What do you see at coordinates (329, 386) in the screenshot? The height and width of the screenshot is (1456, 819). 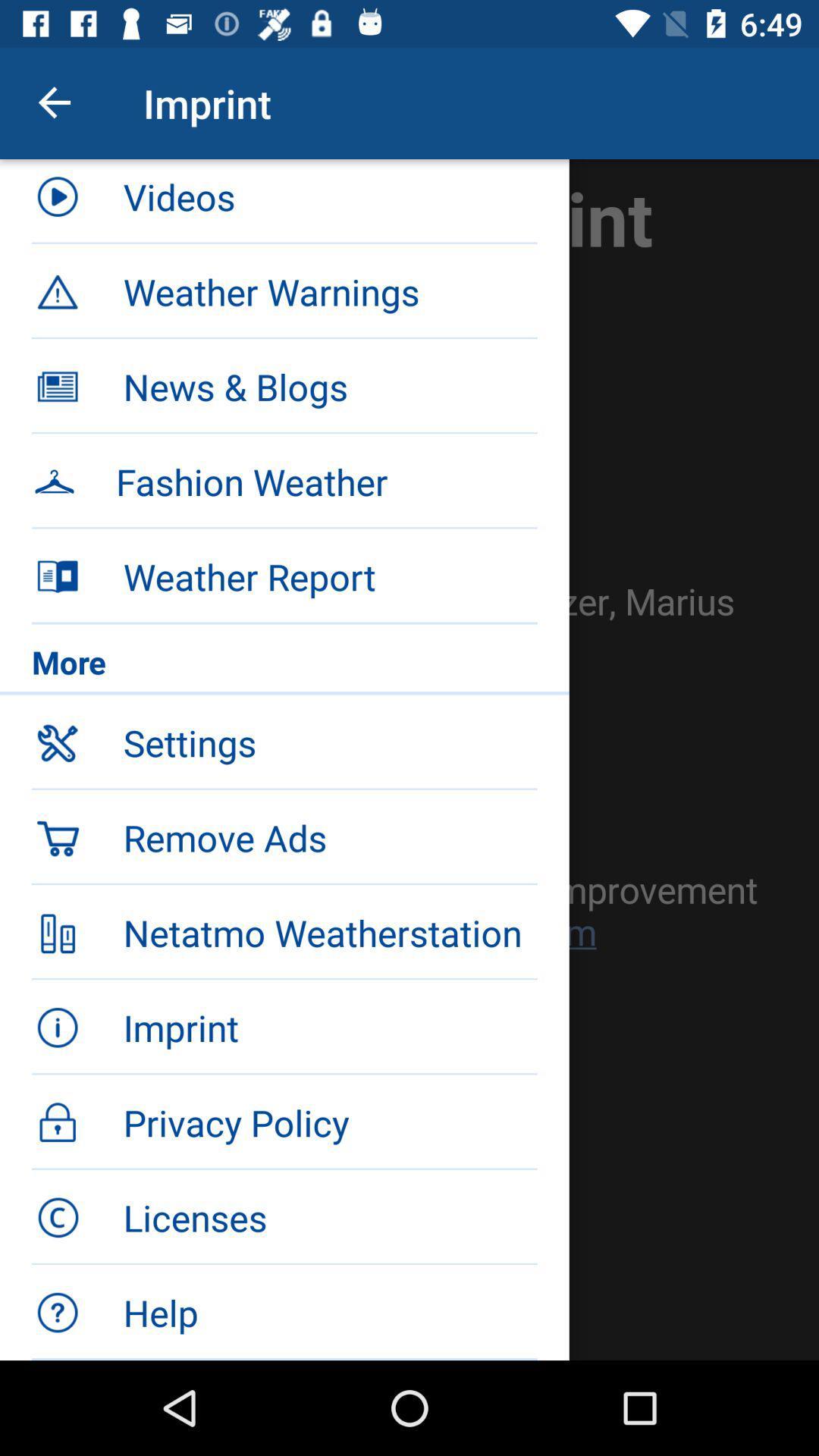 I see `news & blogs` at bounding box center [329, 386].